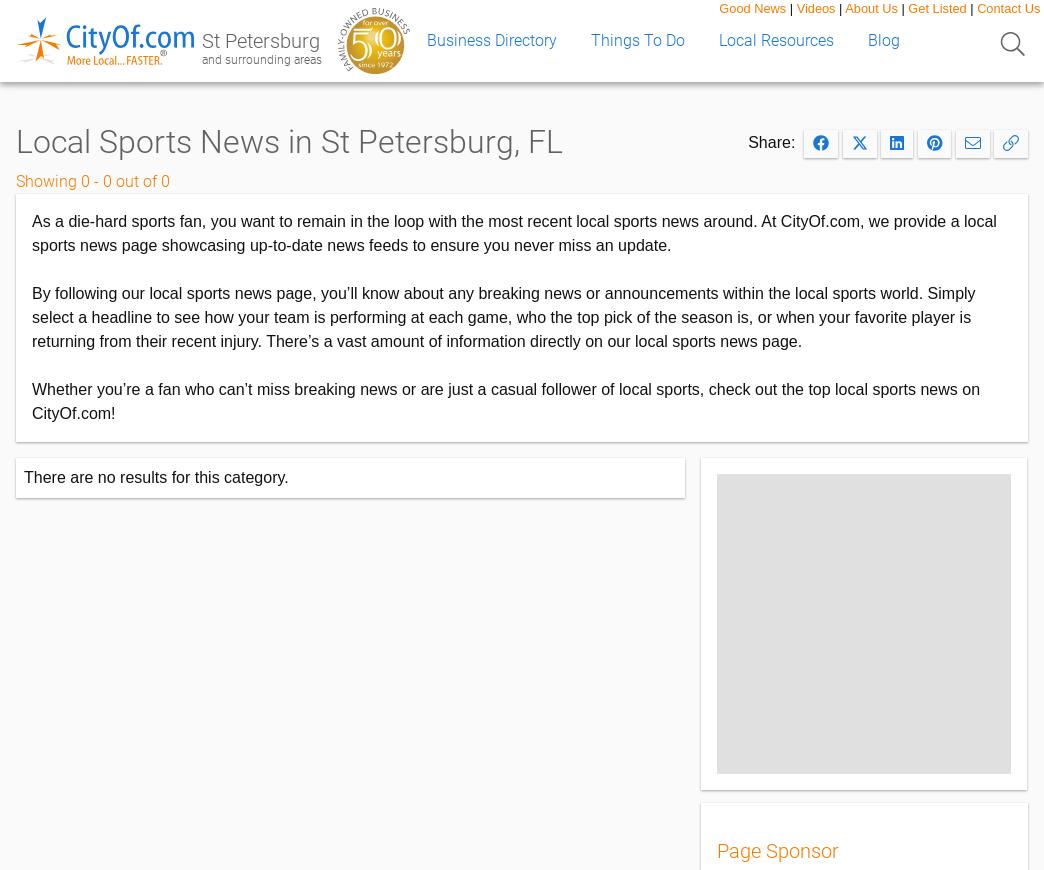 The image size is (1044, 870). What do you see at coordinates (637, 39) in the screenshot?
I see `'Things To Do'` at bounding box center [637, 39].